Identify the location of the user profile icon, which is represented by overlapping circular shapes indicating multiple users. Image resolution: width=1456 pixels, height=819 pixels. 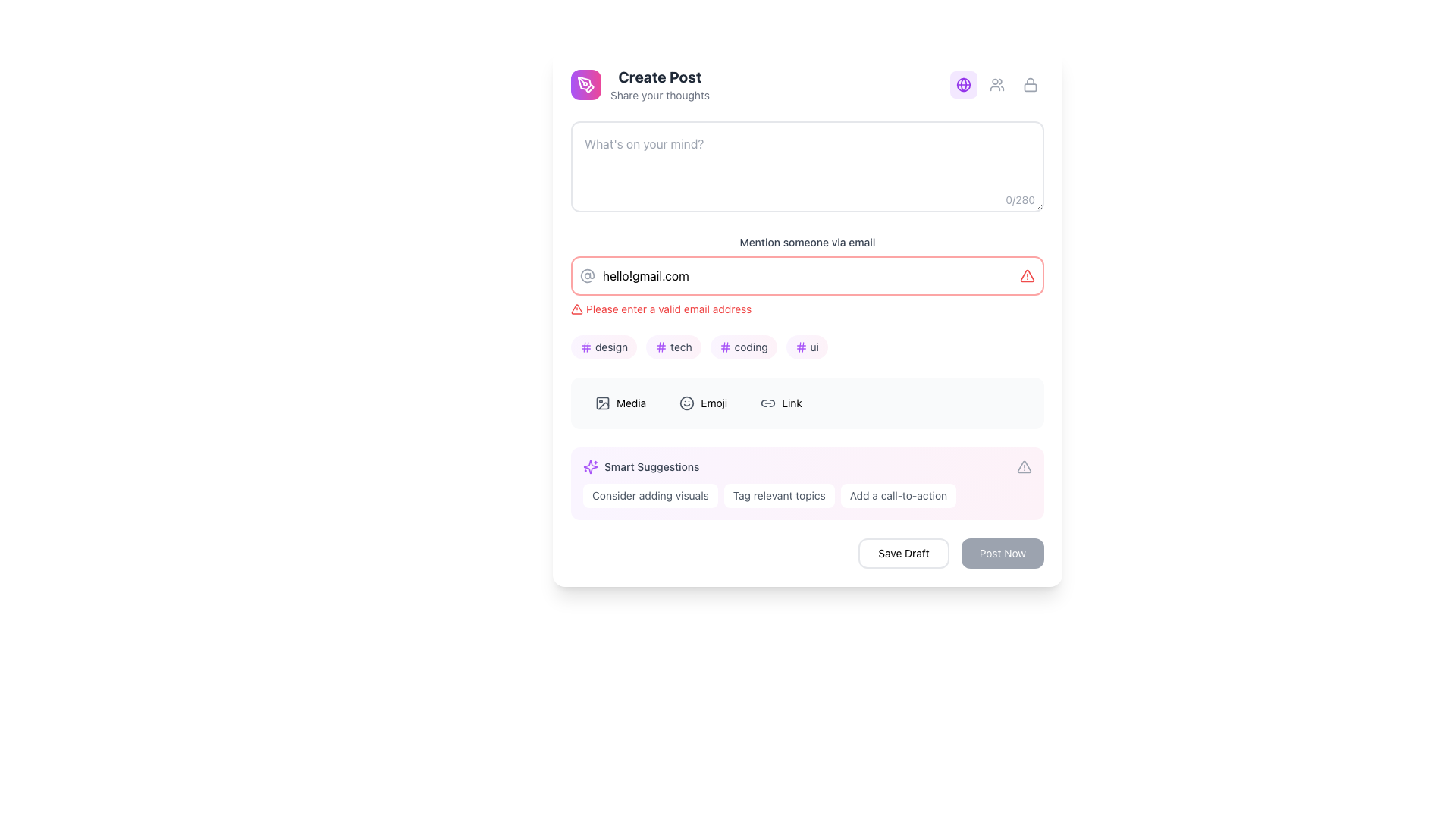
(997, 84).